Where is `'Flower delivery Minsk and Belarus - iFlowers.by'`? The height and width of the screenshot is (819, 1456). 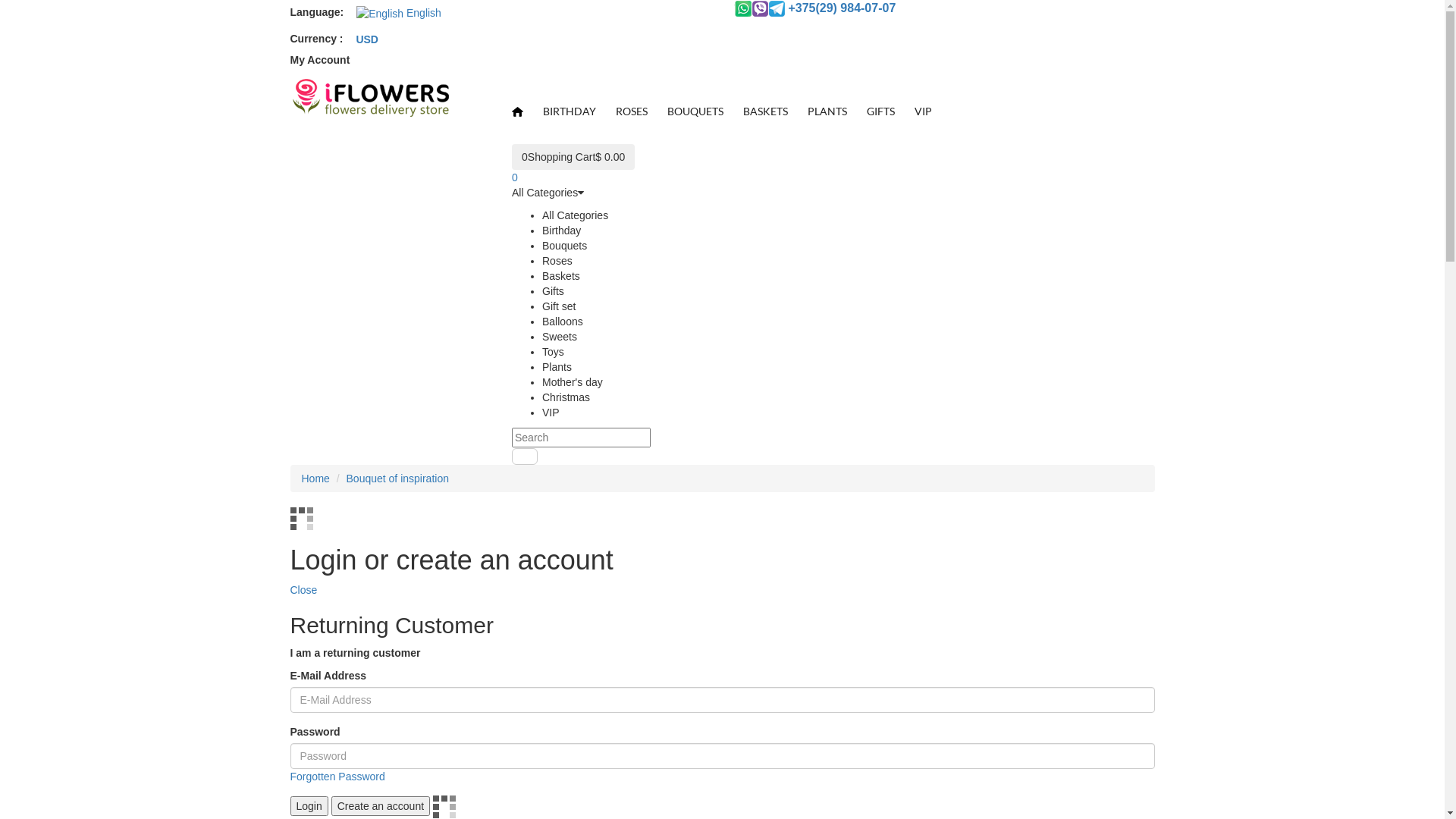
'Flower delivery Minsk and Belarus - iFlowers.by' is located at coordinates (369, 98).